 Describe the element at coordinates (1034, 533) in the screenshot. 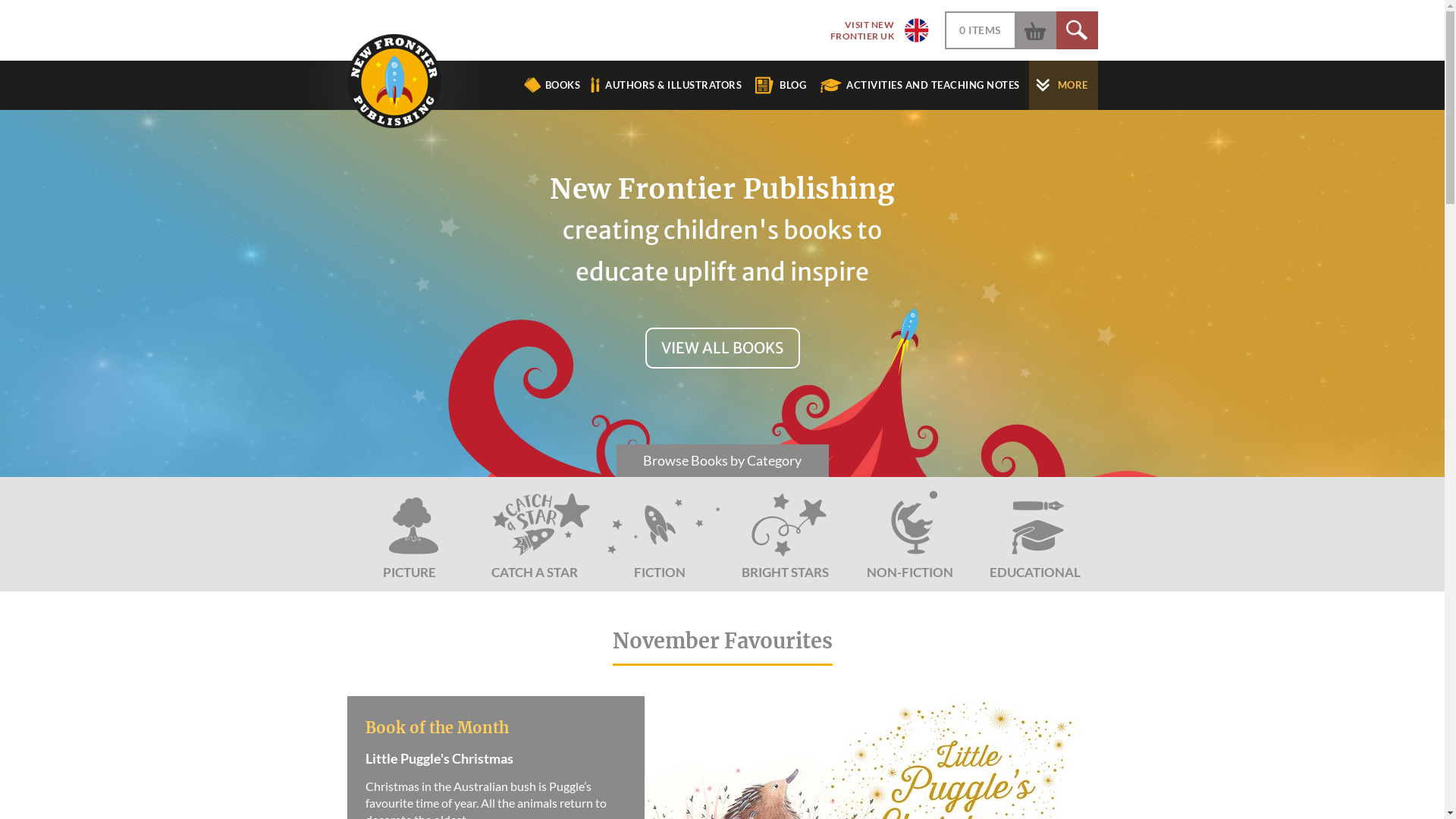

I see `'EDUCATIONAL'` at that location.